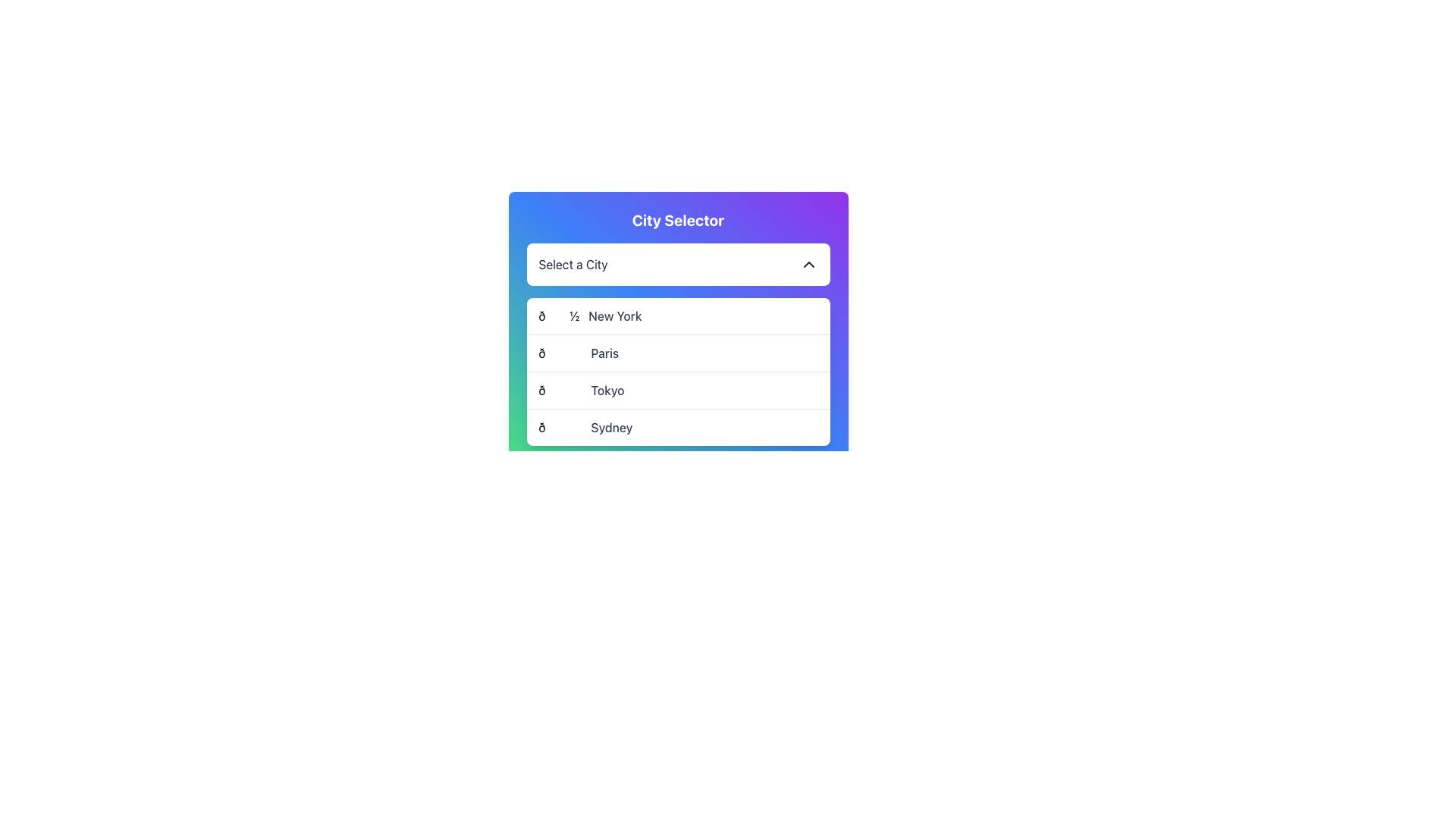  I want to click on the second row of the dropdown menu, so click(677, 353).